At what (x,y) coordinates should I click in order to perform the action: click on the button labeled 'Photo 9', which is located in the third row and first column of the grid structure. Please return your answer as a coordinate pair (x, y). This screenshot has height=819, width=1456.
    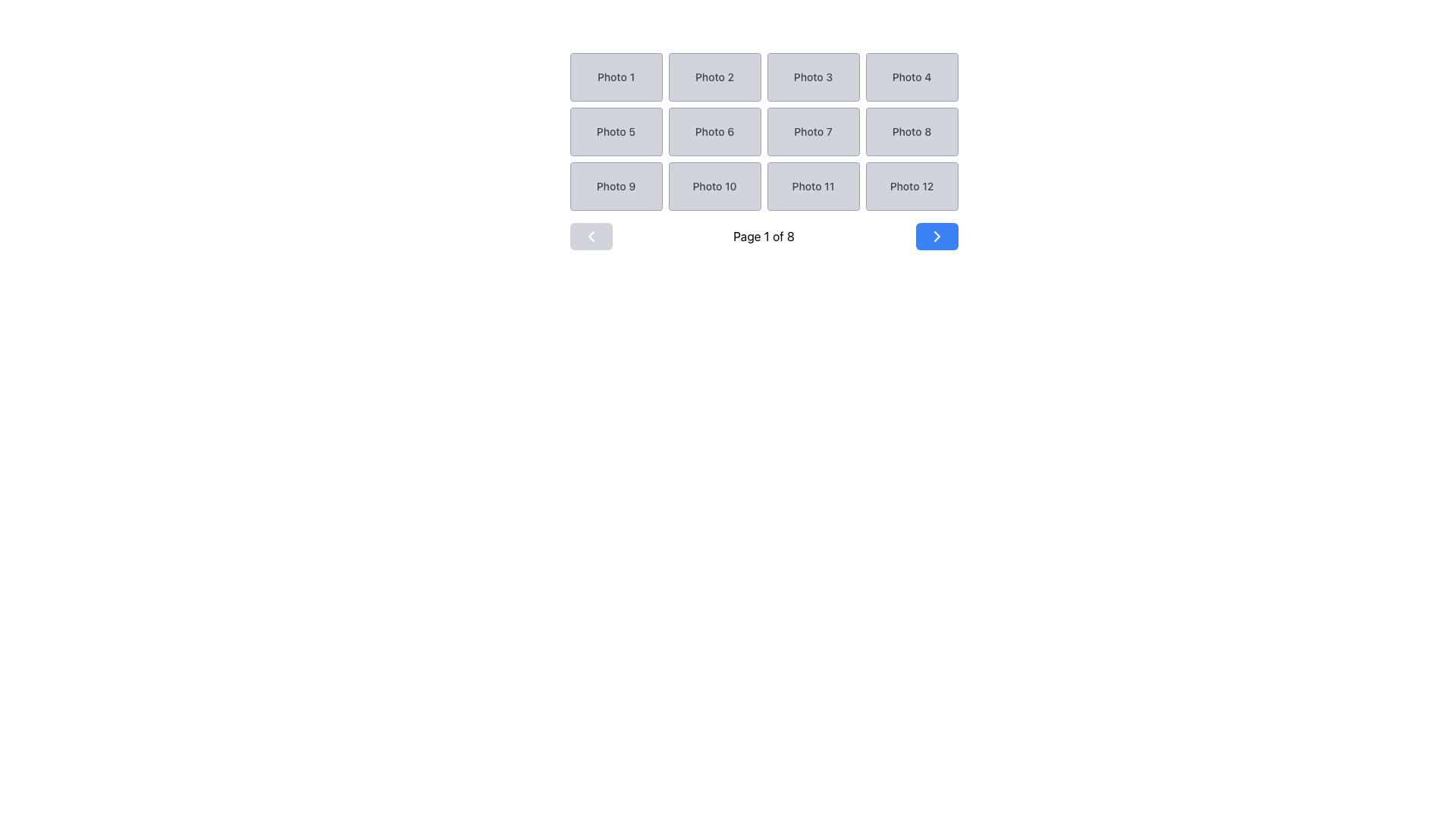
    Looking at the image, I should click on (616, 186).